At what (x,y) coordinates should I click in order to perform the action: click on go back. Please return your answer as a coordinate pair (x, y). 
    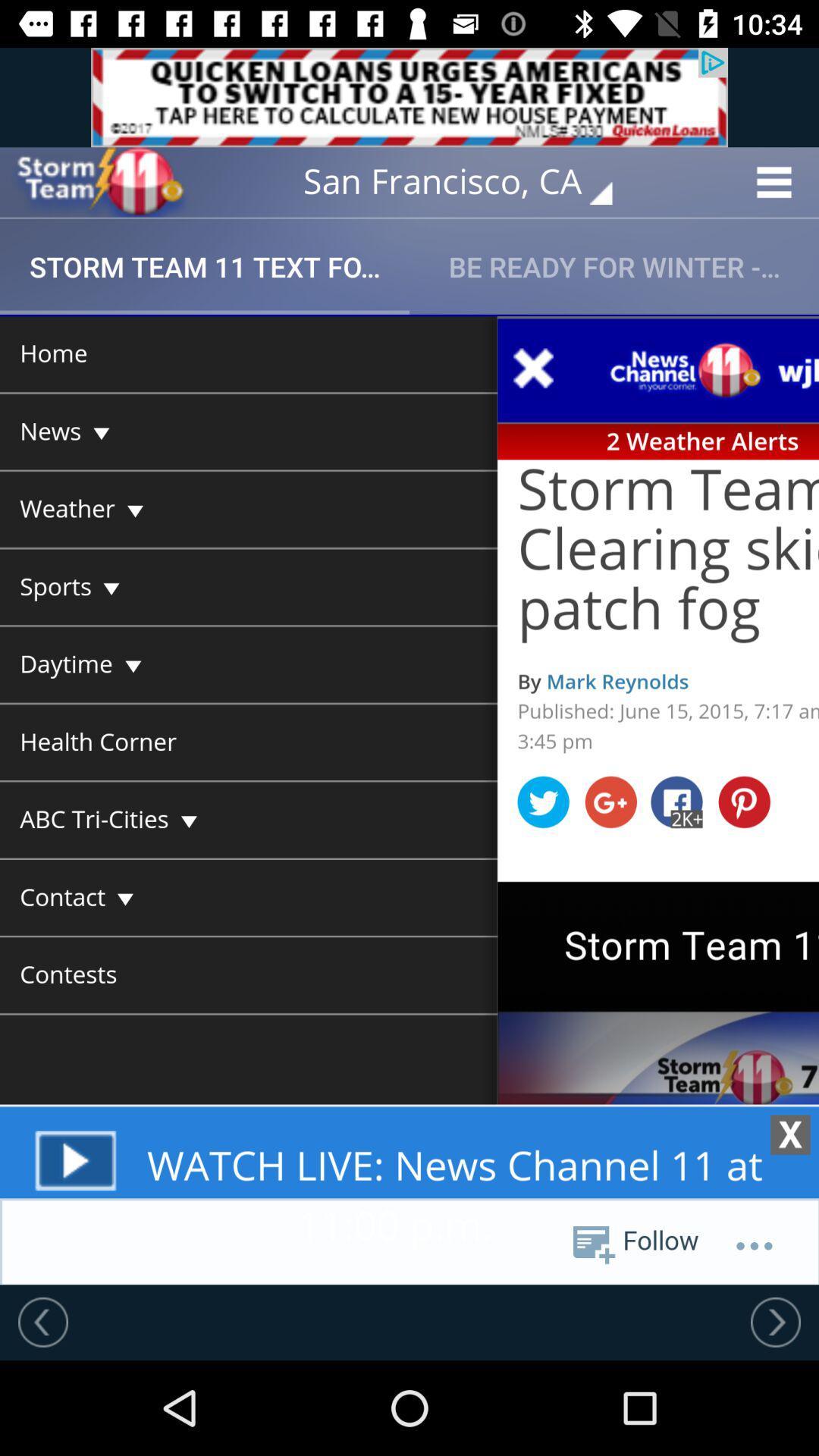
    Looking at the image, I should click on (42, 1321).